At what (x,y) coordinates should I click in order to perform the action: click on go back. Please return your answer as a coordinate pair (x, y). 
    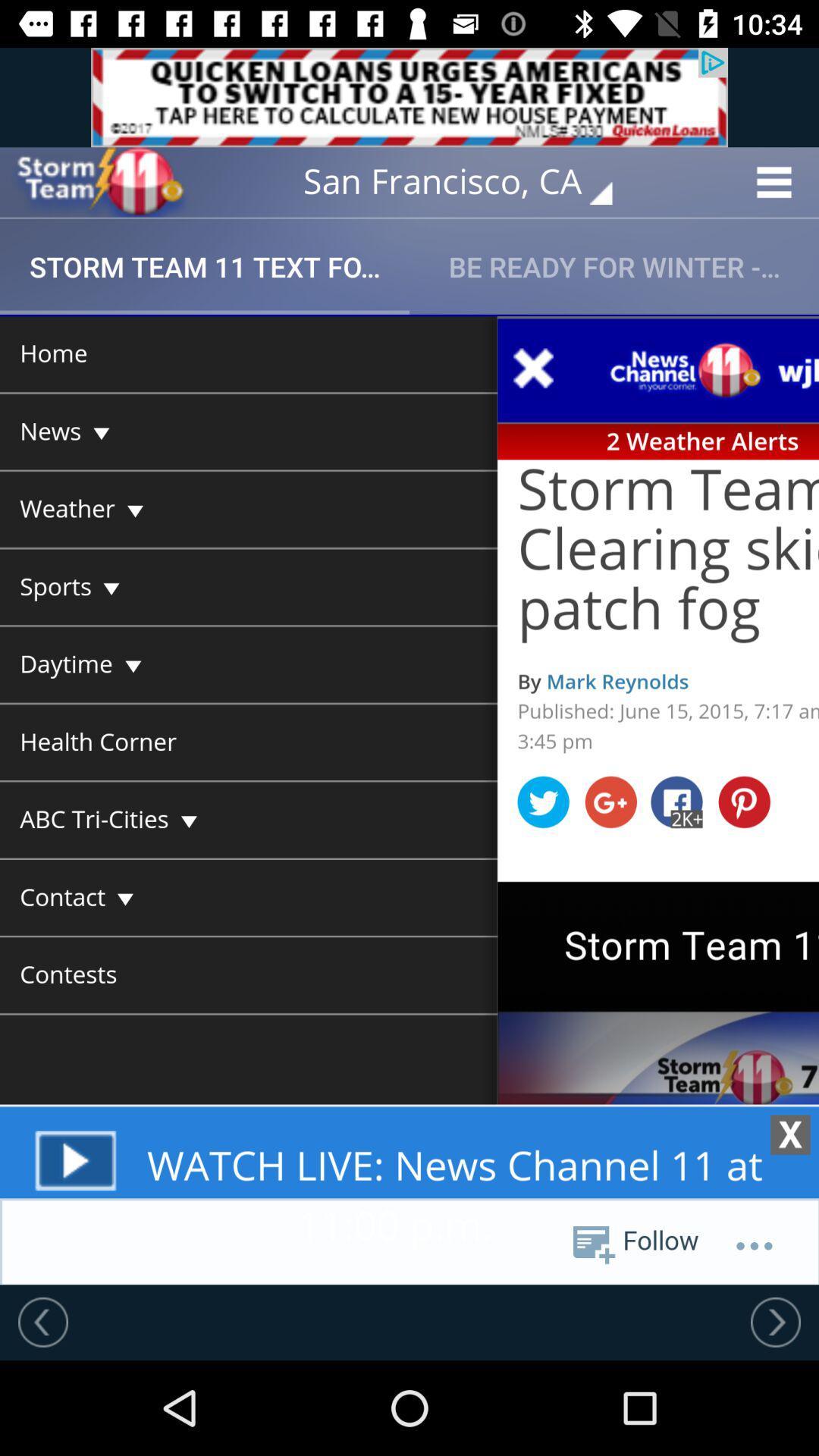
    Looking at the image, I should click on (42, 1321).